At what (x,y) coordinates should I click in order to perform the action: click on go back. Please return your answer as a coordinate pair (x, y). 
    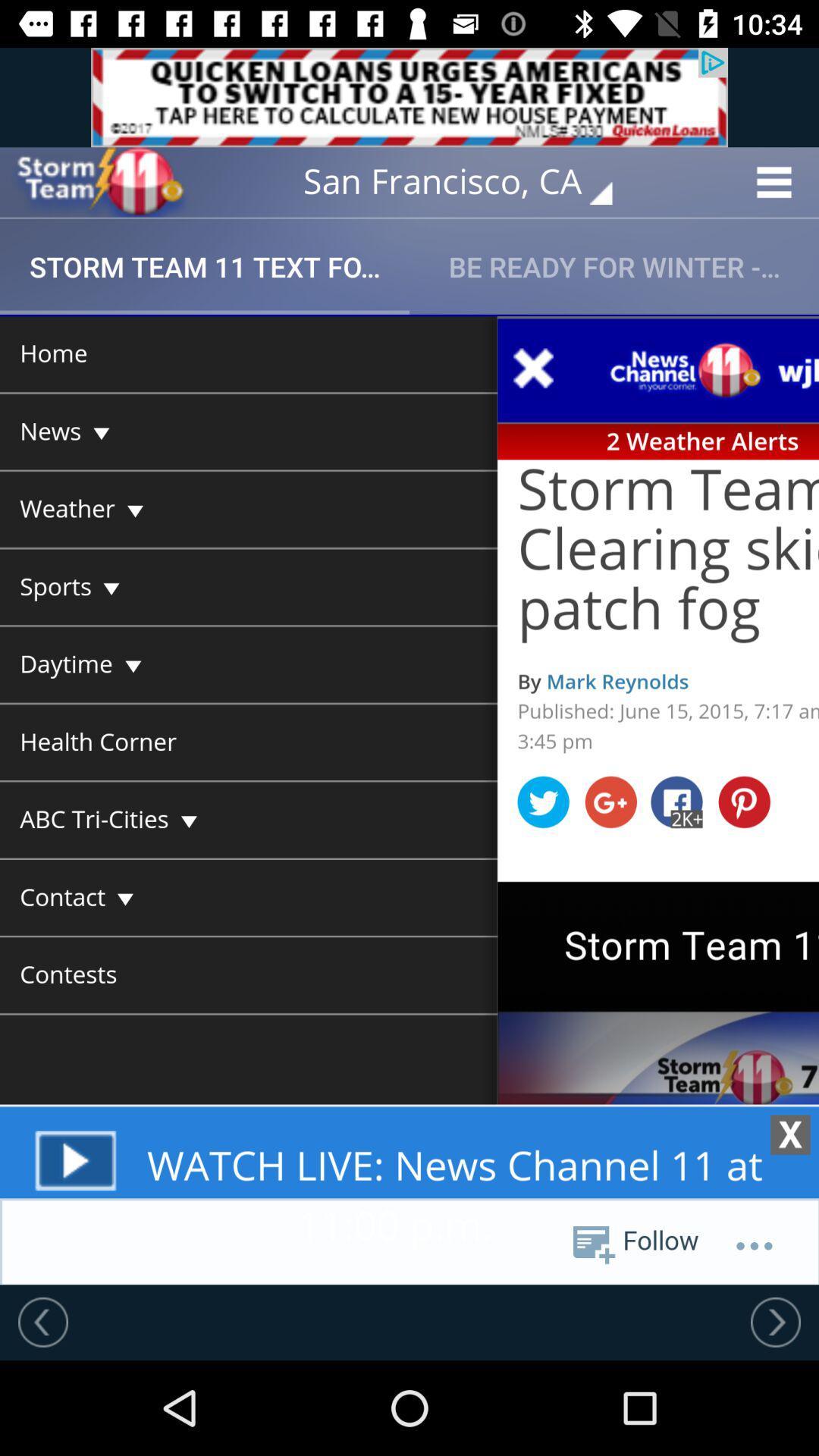
    Looking at the image, I should click on (42, 1321).